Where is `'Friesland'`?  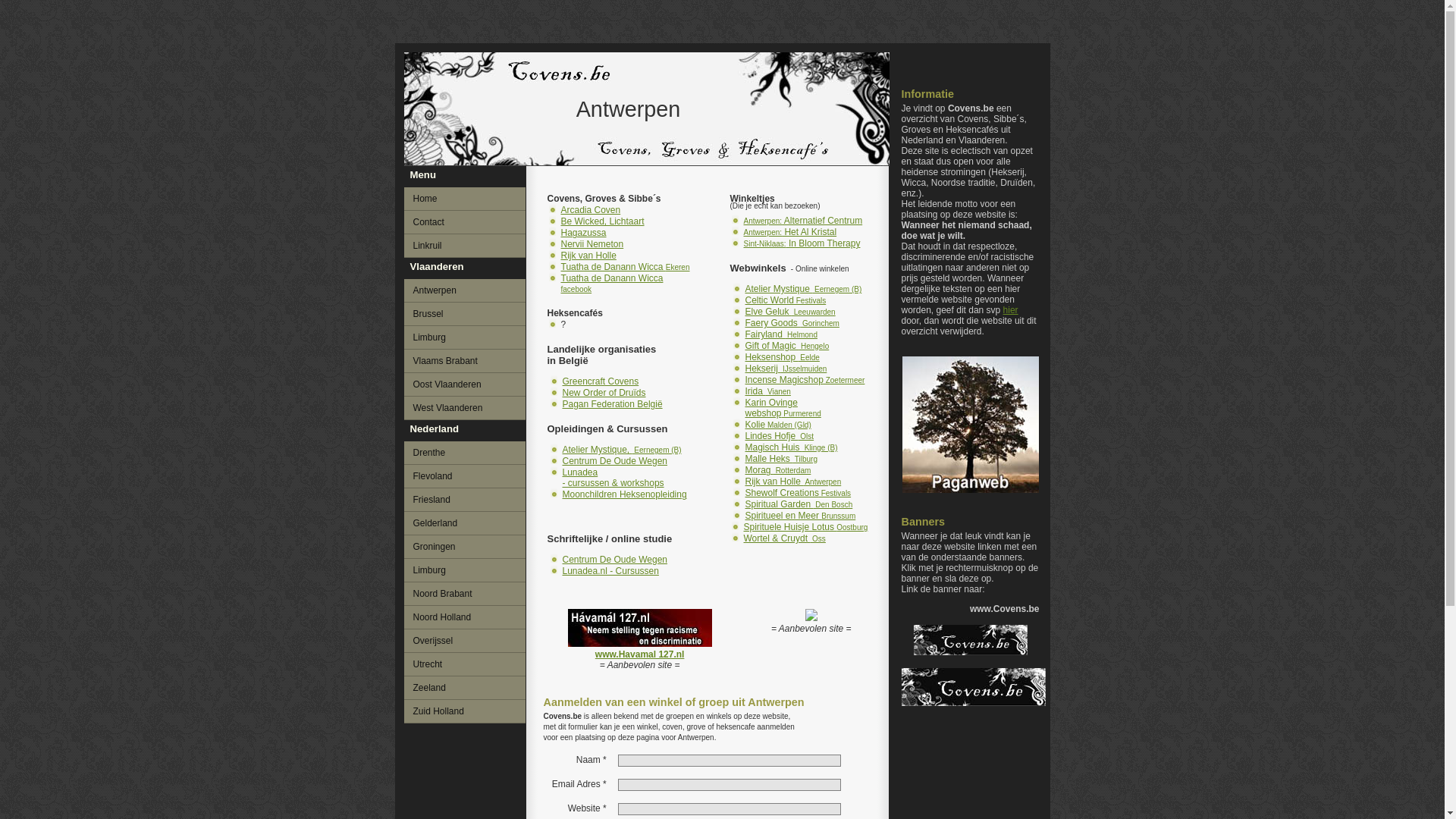
'Friesland' is located at coordinates (463, 500).